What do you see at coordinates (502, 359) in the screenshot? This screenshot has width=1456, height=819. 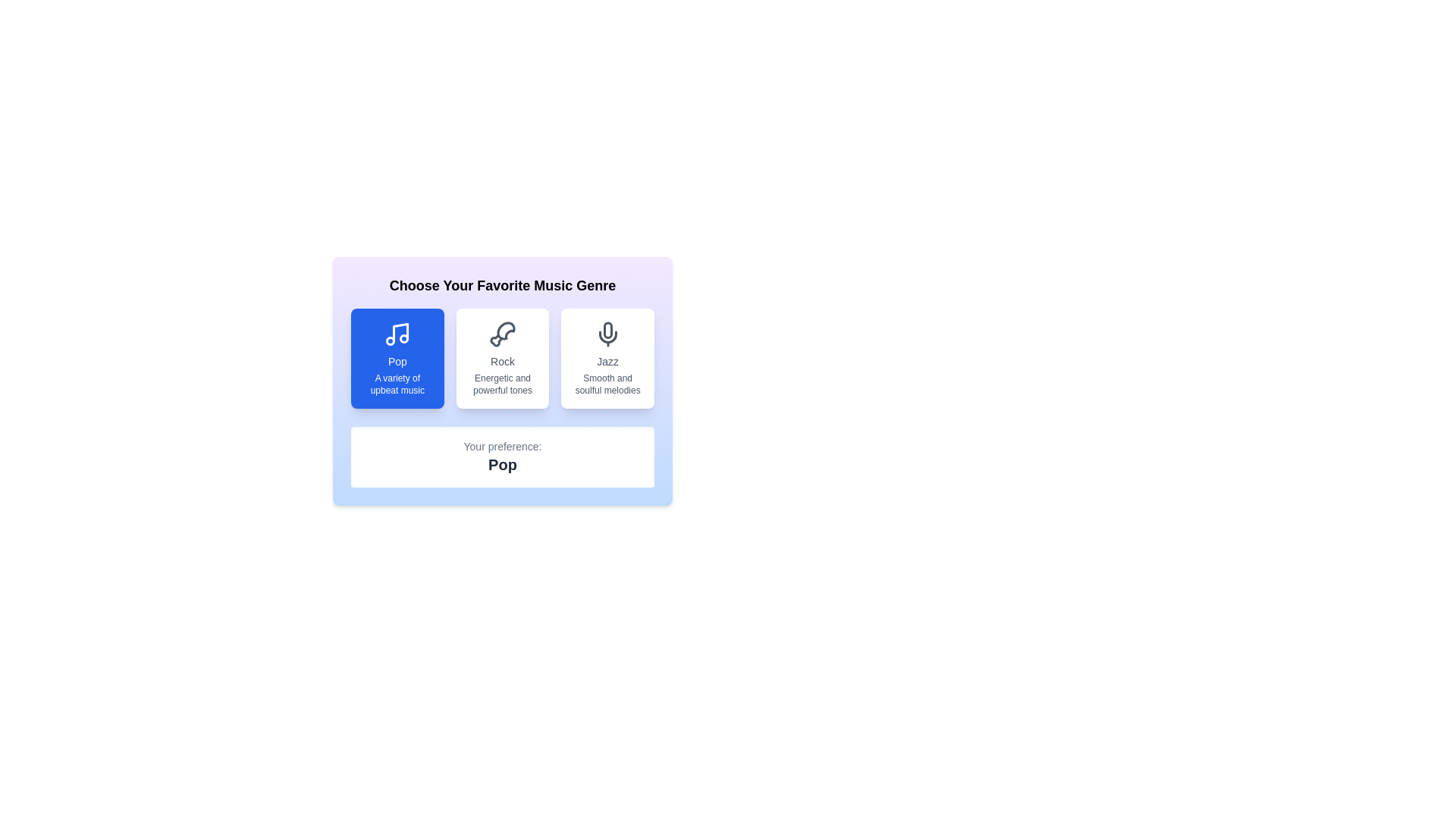 I see `the music genre Rock by clicking the corresponding button` at bounding box center [502, 359].